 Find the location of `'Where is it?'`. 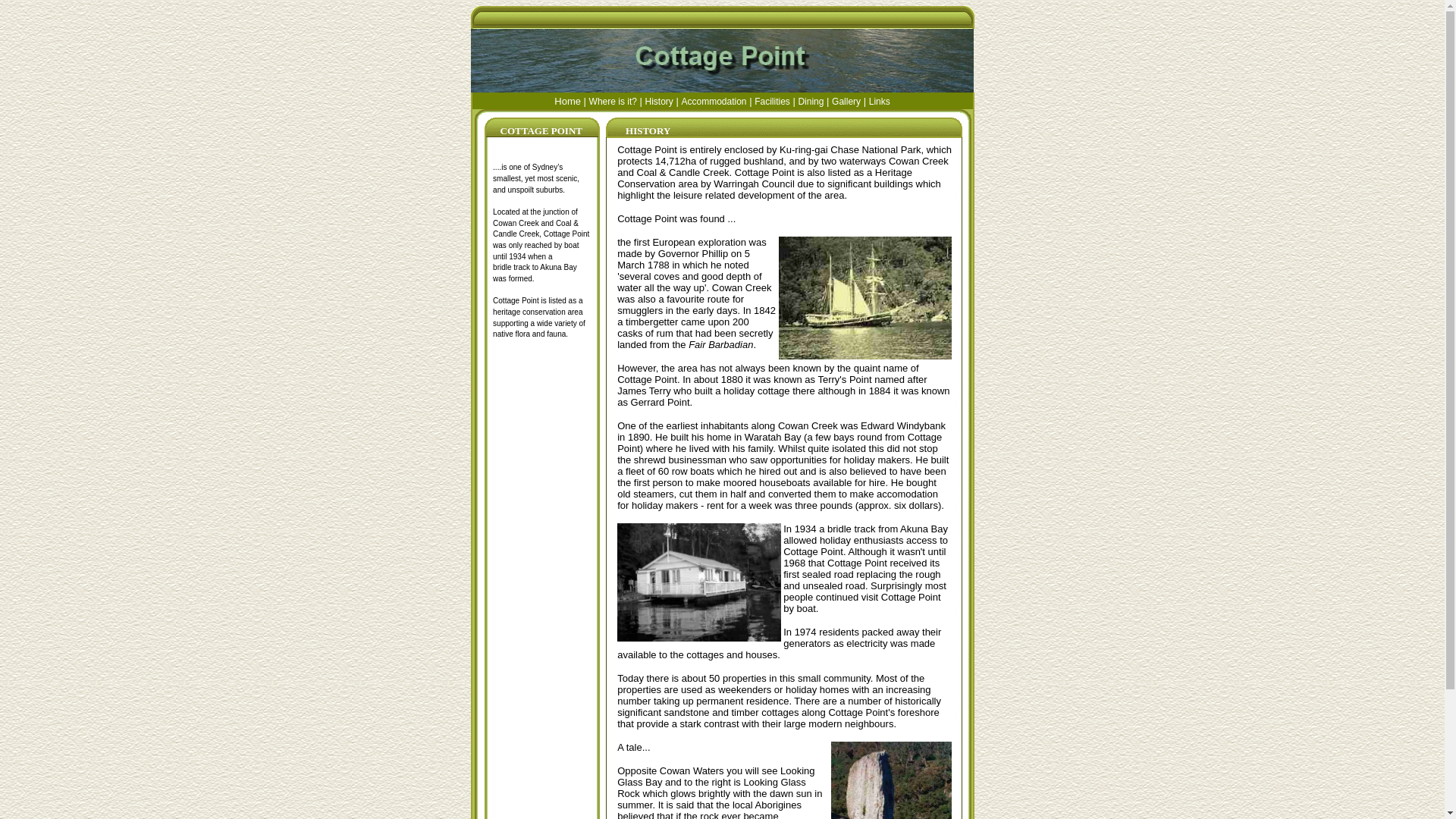

'Where is it?' is located at coordinates (588, 100).